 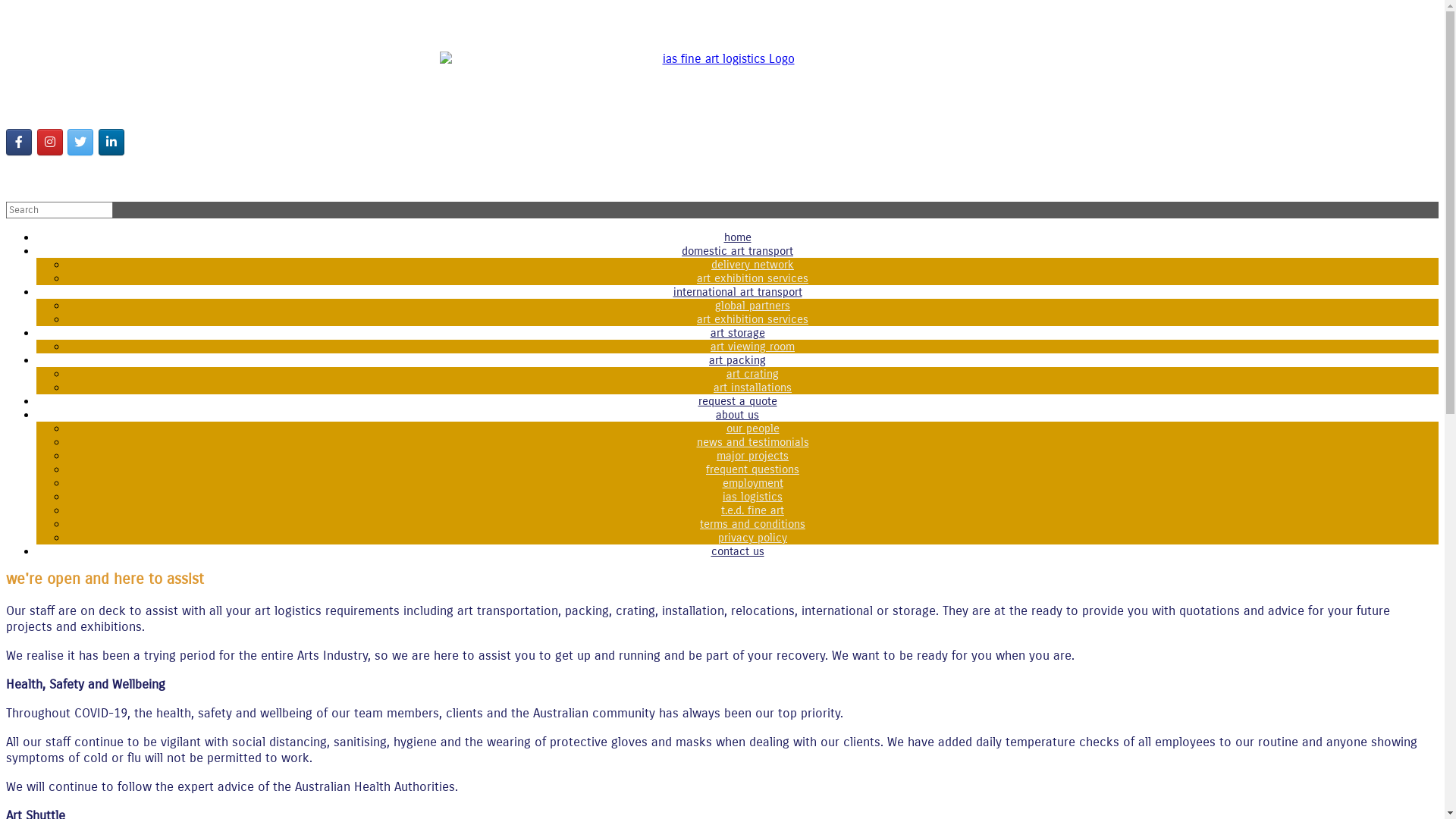 What do you see at coordinates (752, 497) in the screenshot?
I see `'ias logistics'` at bounding box center [752, 497].